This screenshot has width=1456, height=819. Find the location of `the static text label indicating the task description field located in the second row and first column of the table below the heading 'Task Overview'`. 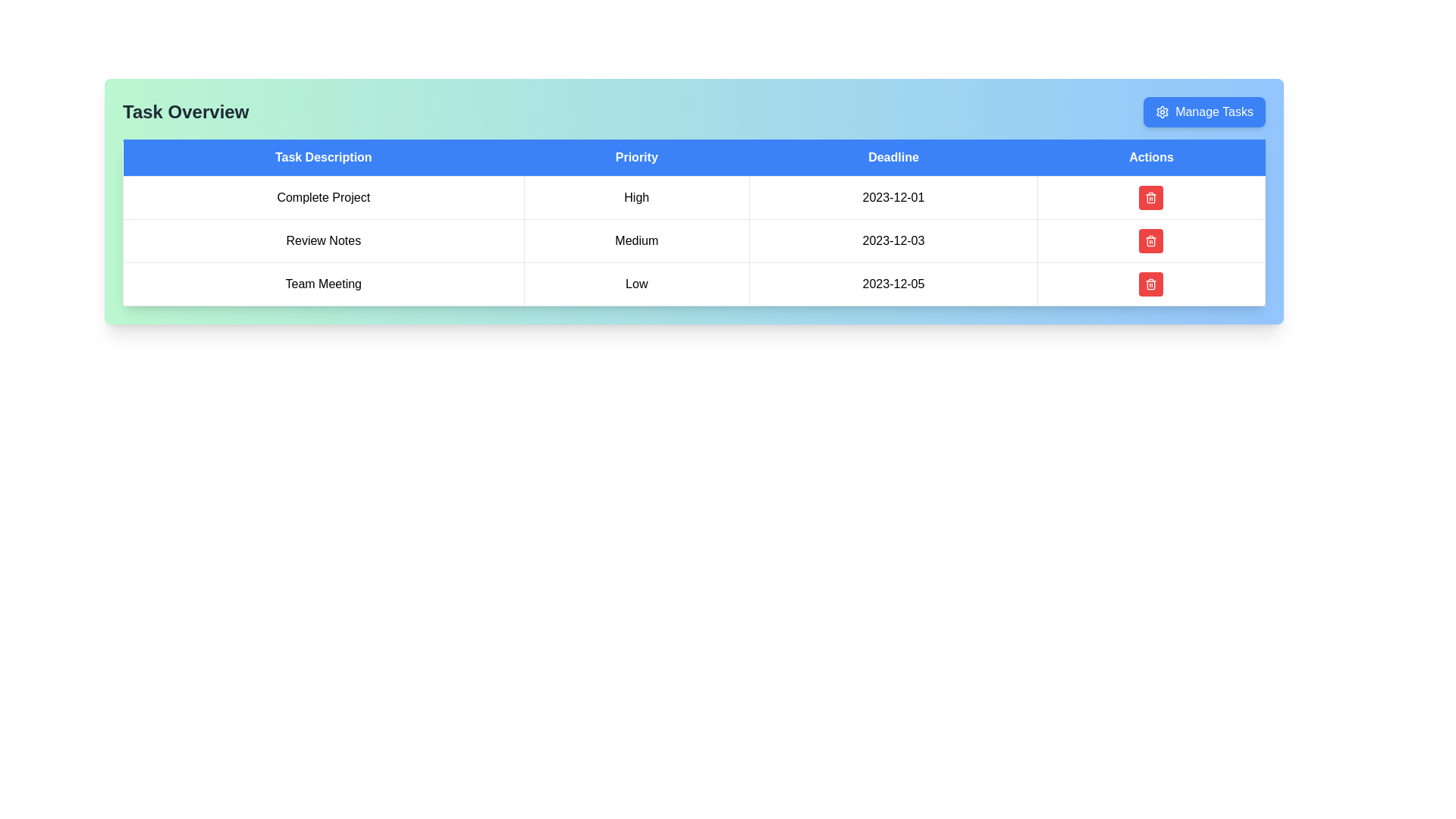

the static text label indicating the task description field located in the second row and first column of the table below the heading 'Task Overview' is located at coordinates (322, 240).